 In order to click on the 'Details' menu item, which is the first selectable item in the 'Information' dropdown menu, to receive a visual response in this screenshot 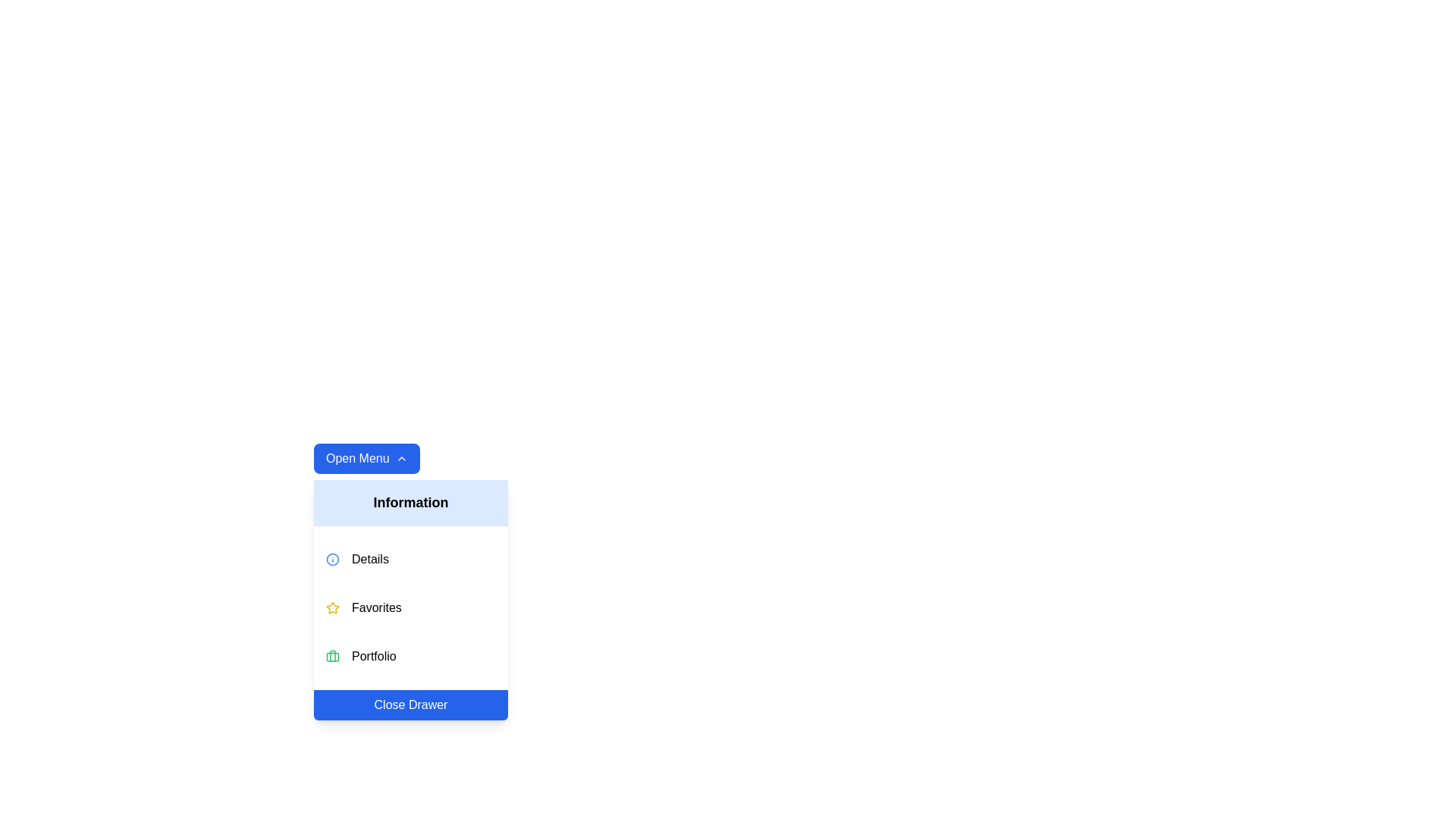, I will do `click(411, 559)`.